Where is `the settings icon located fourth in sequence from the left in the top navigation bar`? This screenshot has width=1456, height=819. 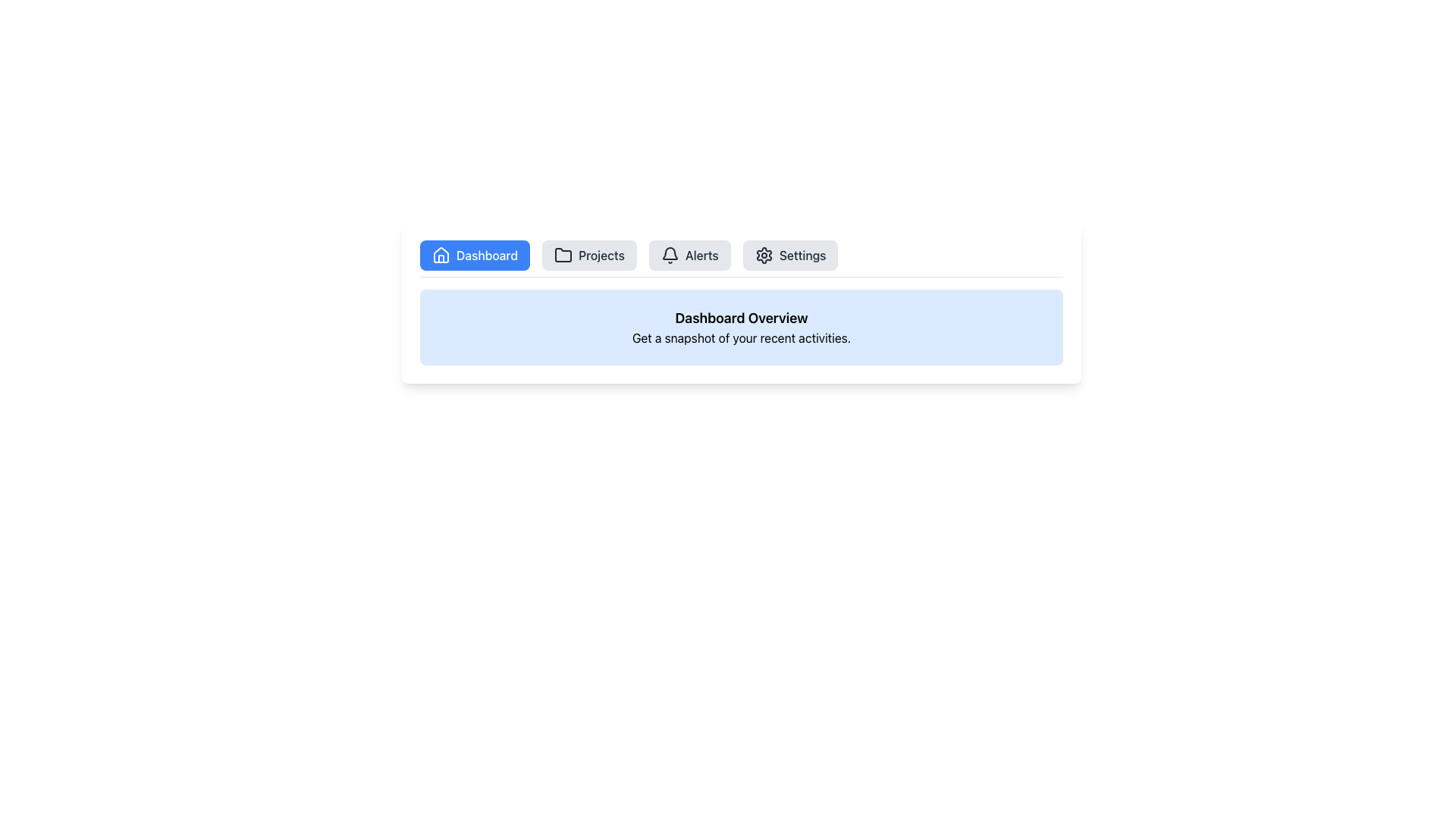
the settings icon located fourth in sequence from the left in the top navigation bar is located at coordinates (764, 254).